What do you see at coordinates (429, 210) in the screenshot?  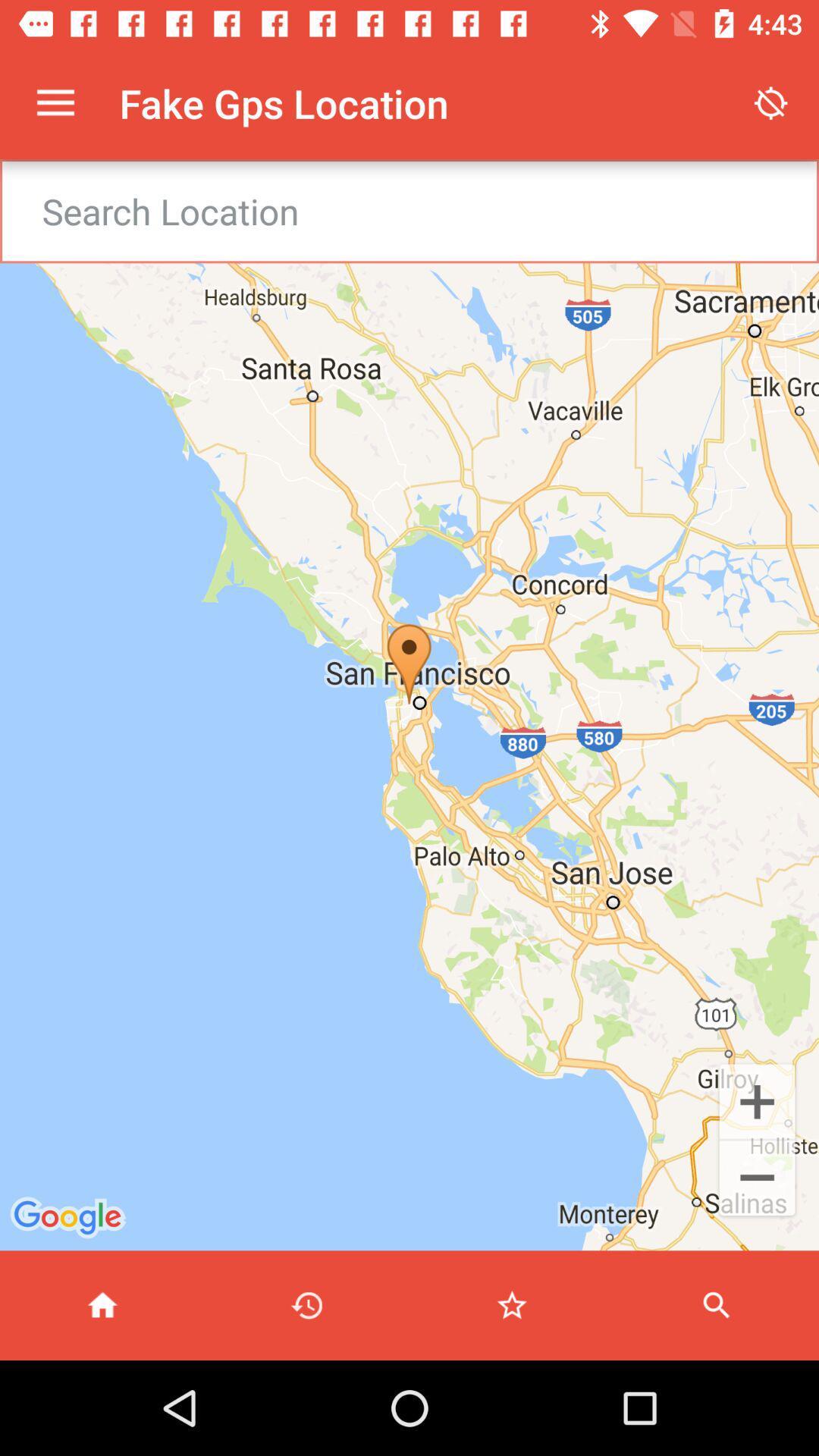 I see `type in location` at bounding box center [429, 210].